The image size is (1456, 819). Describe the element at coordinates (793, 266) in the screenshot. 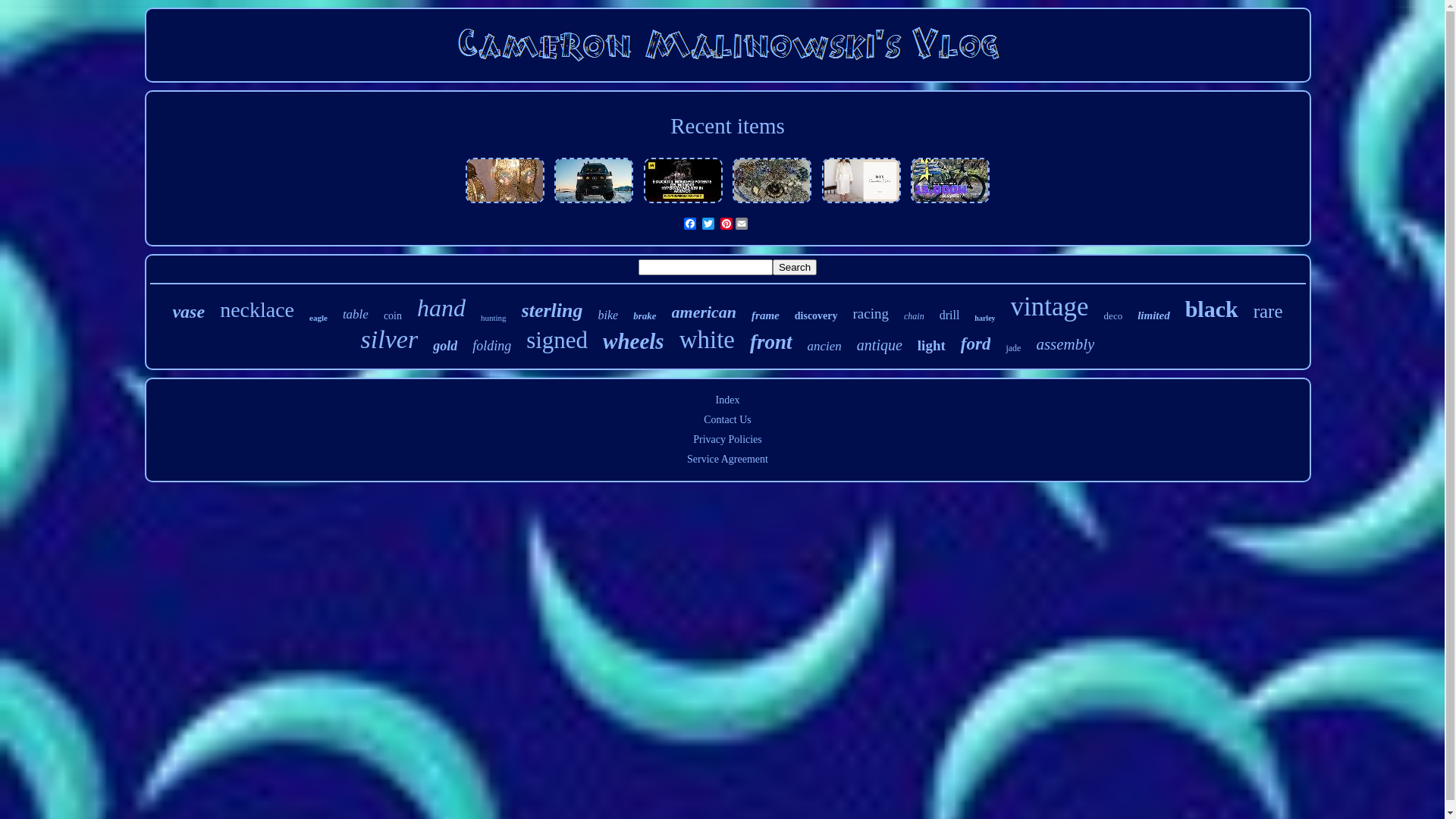

I see `'Search'` at that location.